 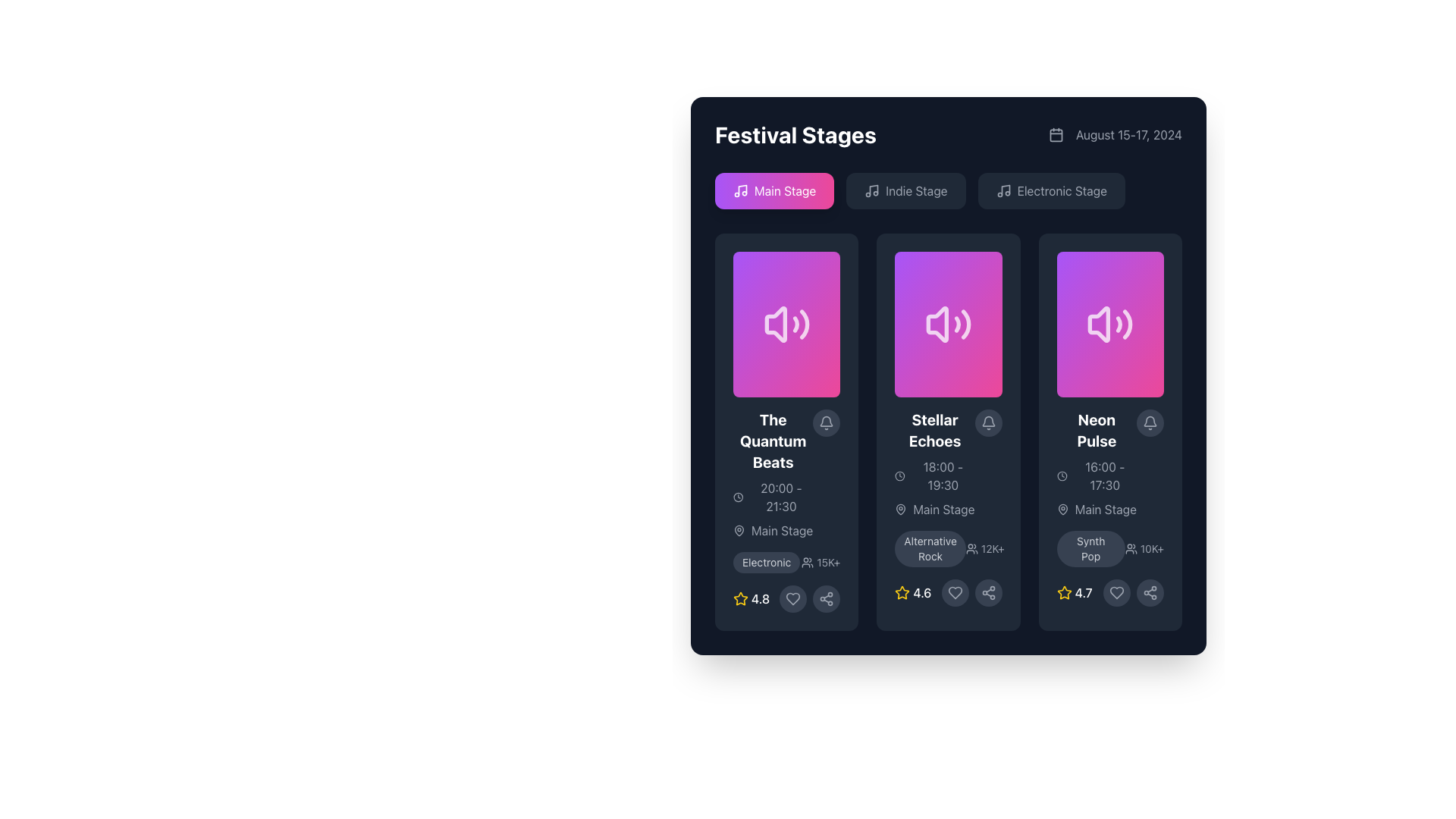 What do you see at coordinates (965, 324) in the screenshot?
I see `the third wave-like symbol representing sound dynamics within the 'Stellar Echoes' card to initiate interactions` at bounding box center [965, 324].